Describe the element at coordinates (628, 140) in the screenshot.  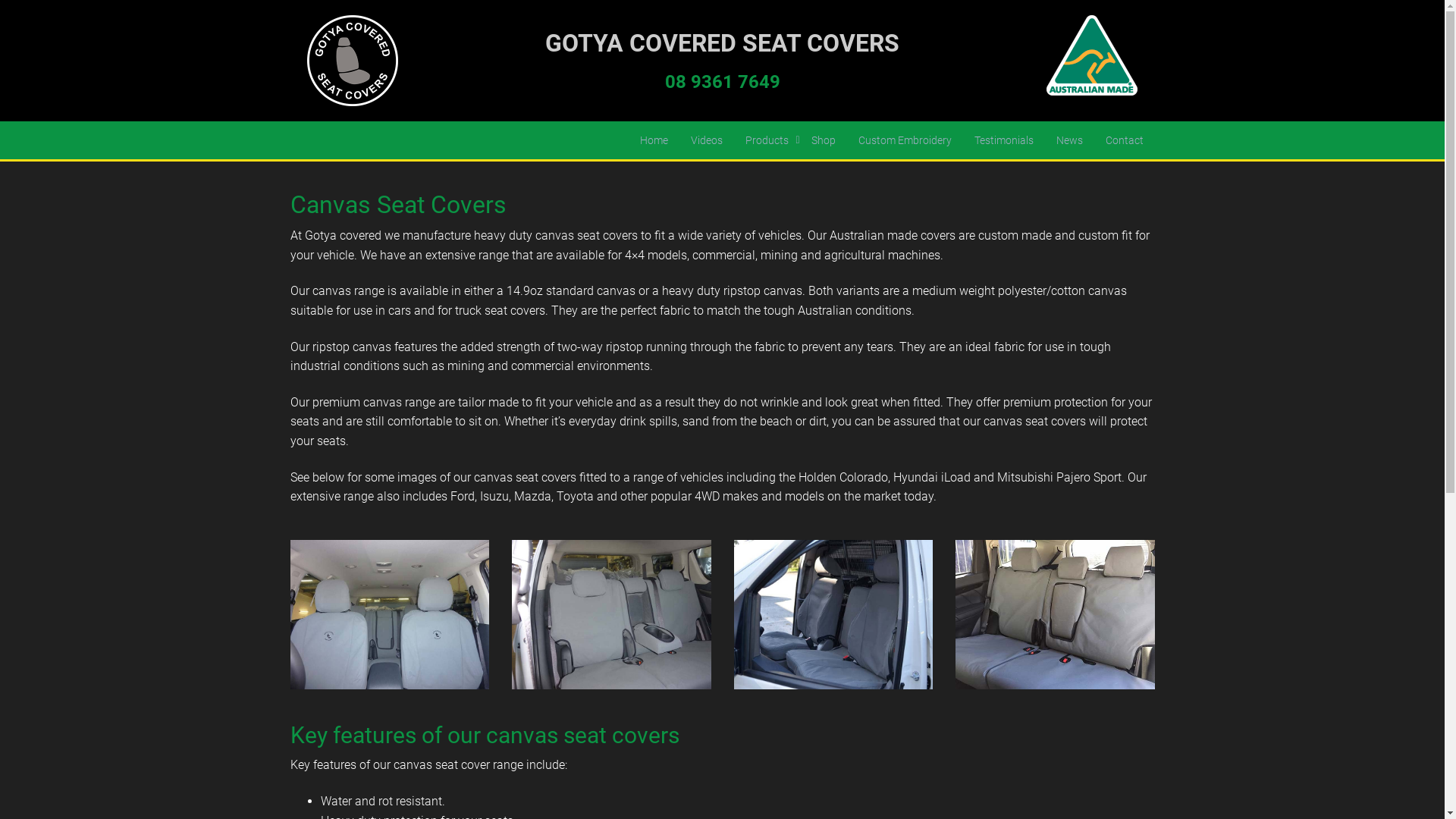
I see `'Home'` at that location.